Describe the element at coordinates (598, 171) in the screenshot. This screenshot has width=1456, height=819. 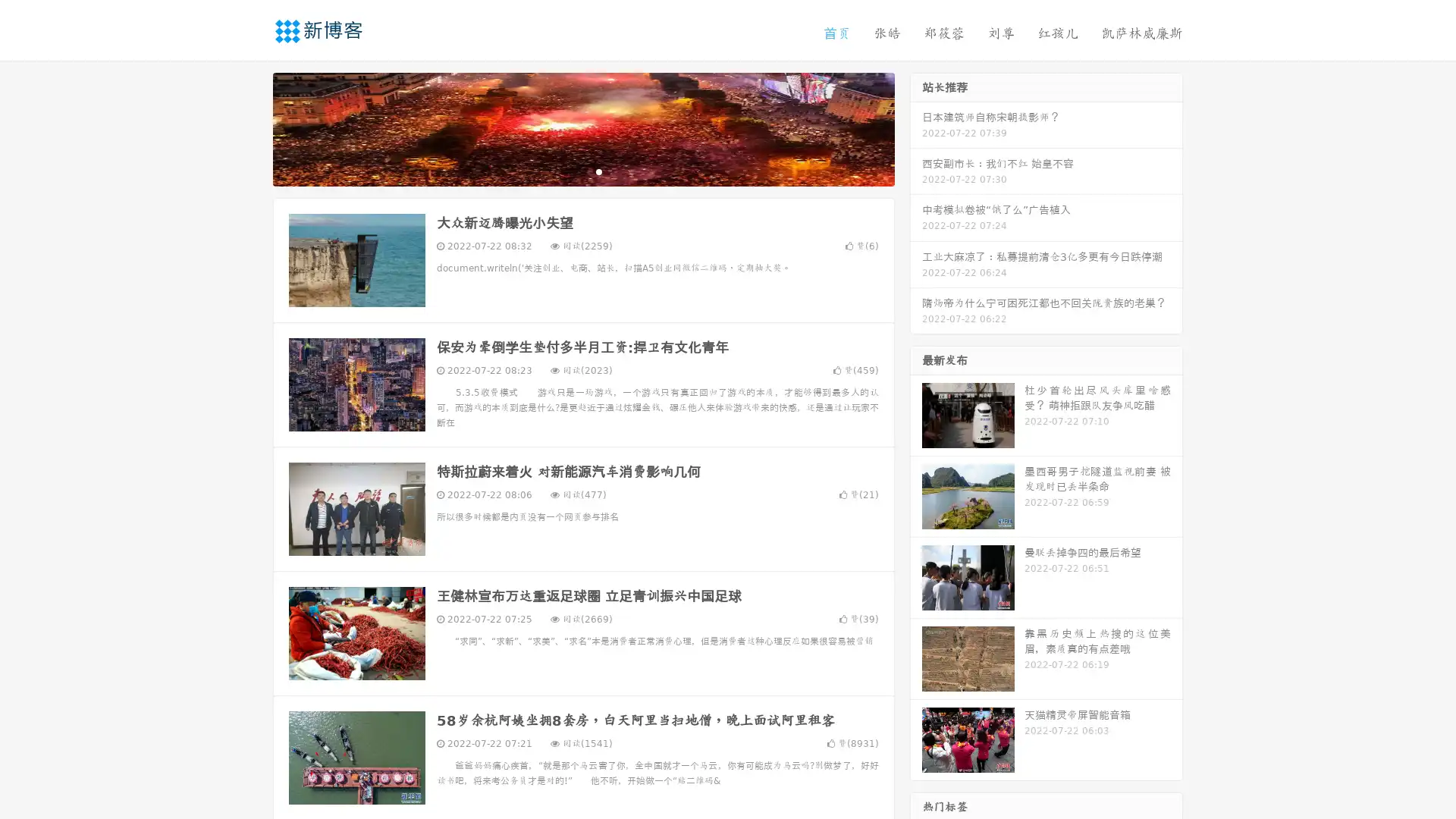
I see `Go to slide 3` at that location.